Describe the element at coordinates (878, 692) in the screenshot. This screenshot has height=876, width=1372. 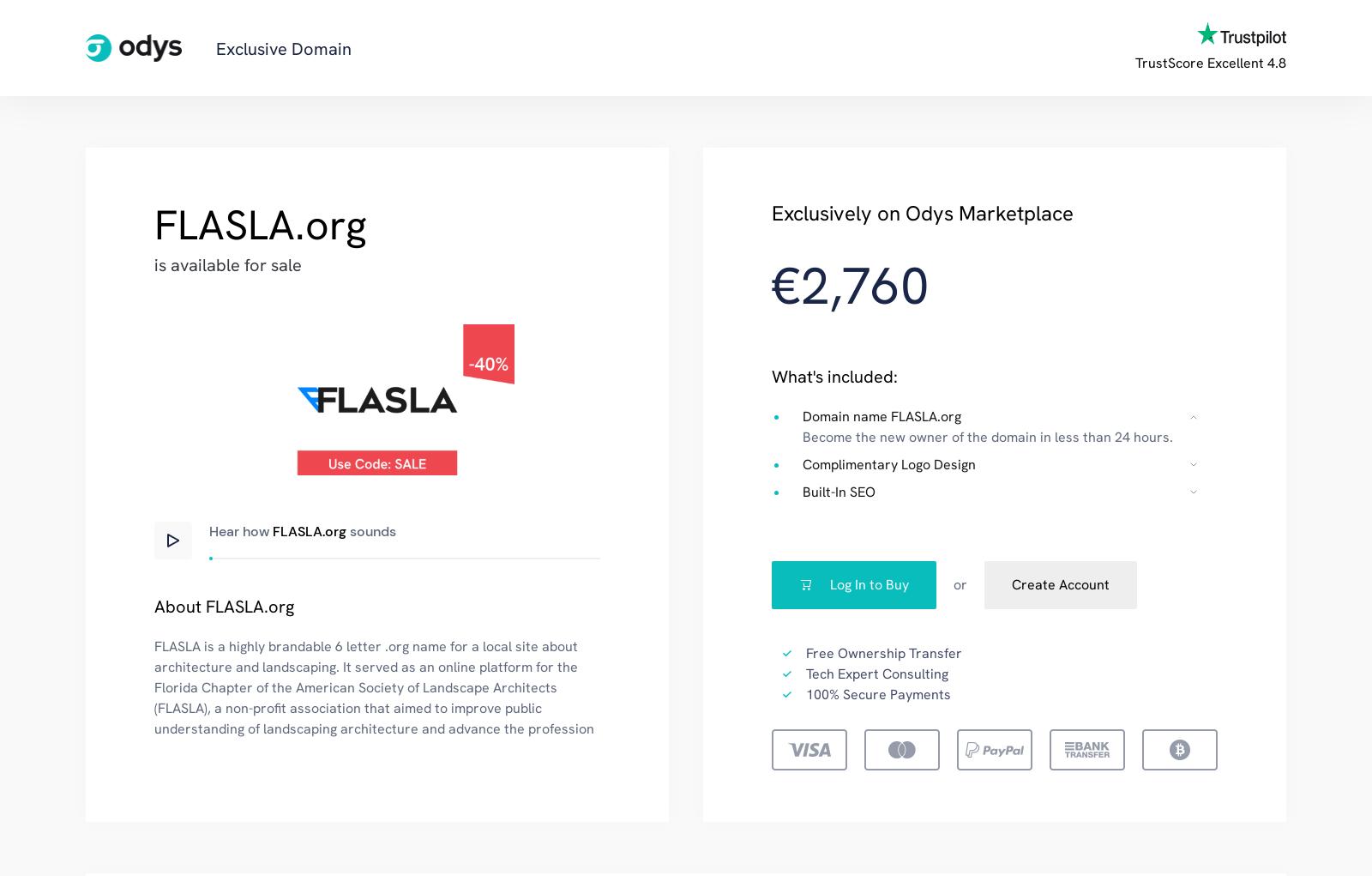
I see `'100% Secure Payments'` at that location.